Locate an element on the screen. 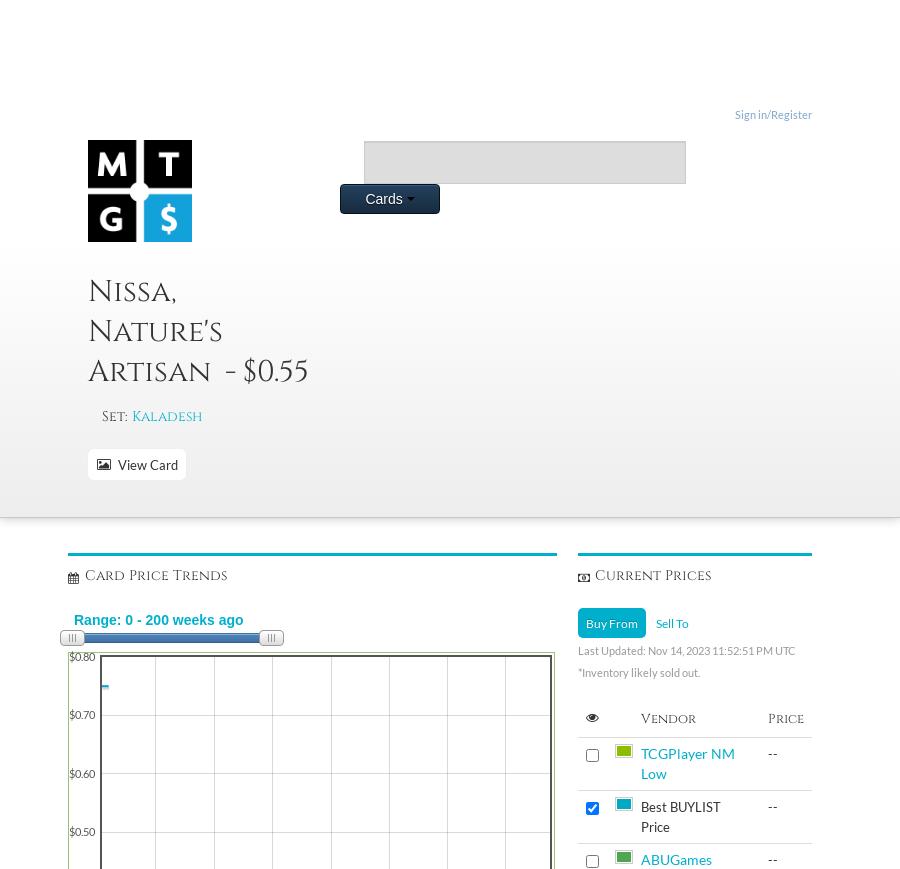 The image size is (900, 869). 'ABUGames' is located at coordinates (639, 859).